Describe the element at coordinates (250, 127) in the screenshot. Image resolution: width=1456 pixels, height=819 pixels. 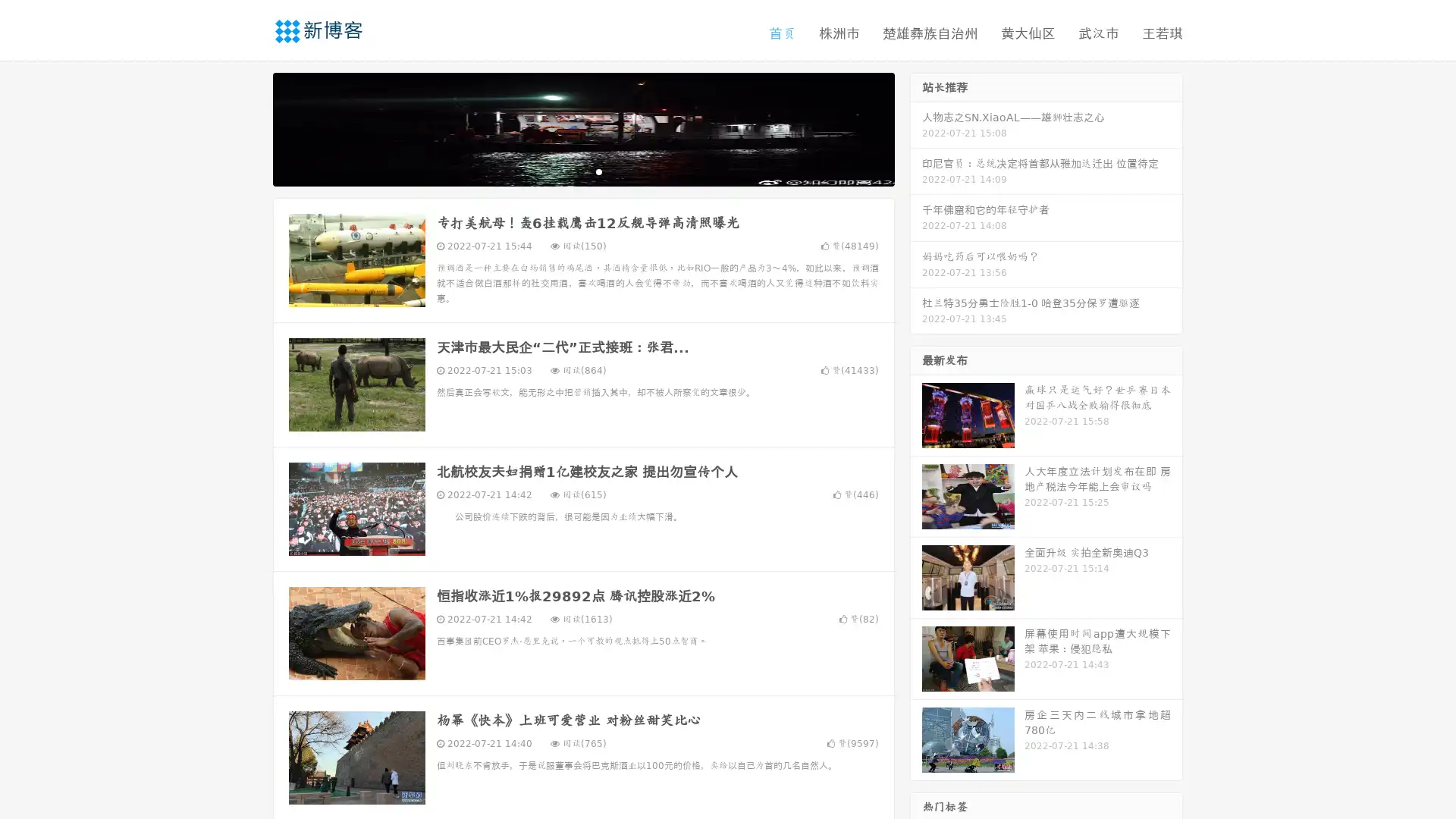
I see `Previous slide` at that location.